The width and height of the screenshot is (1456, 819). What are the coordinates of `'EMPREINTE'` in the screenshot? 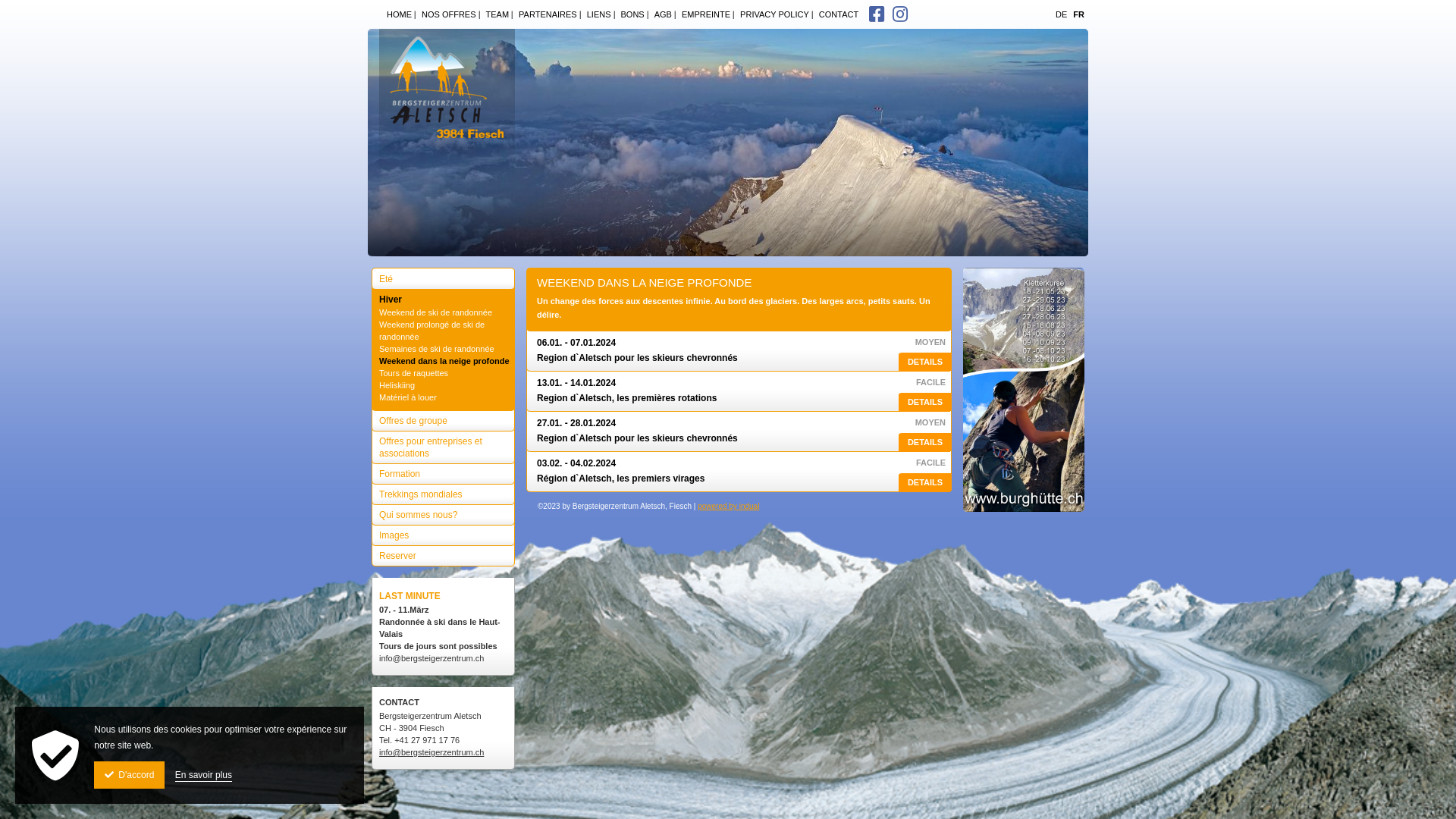 It's located at (673, 14).